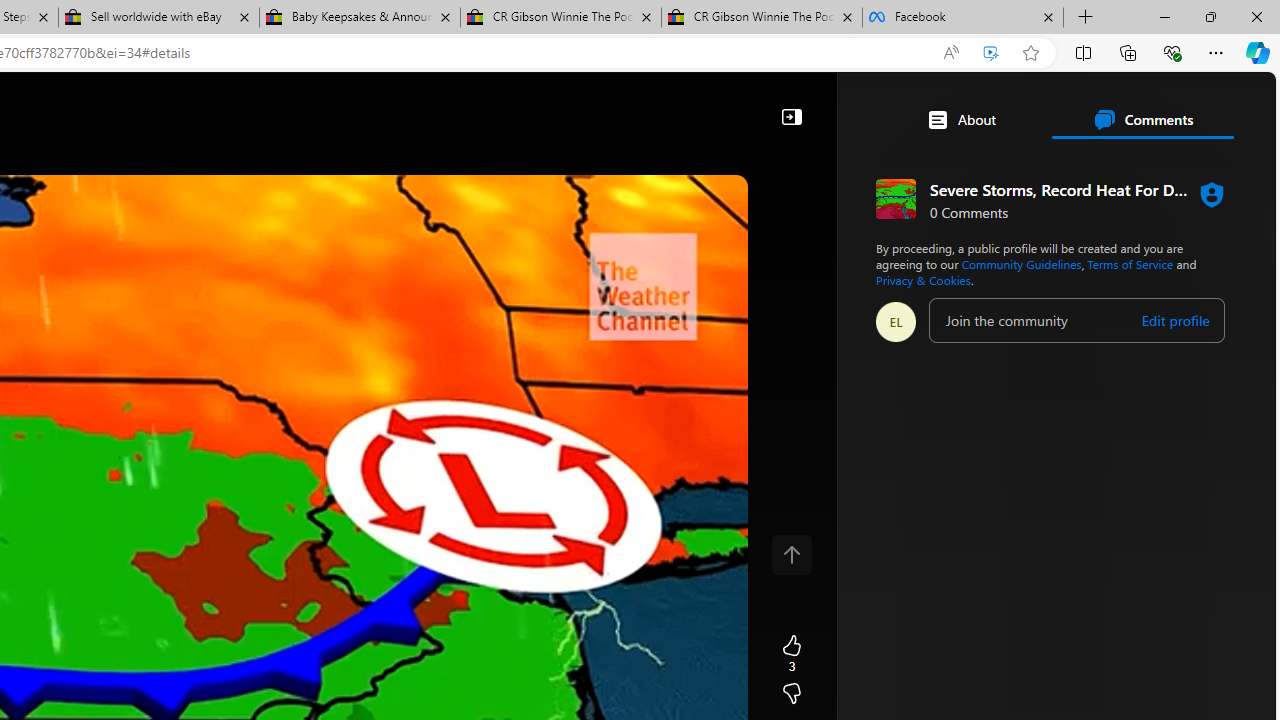  What do you see at coordinates (1175, 320) in the screenshot?
I see `'Edit profile'` at bounding box center [1175, 320].